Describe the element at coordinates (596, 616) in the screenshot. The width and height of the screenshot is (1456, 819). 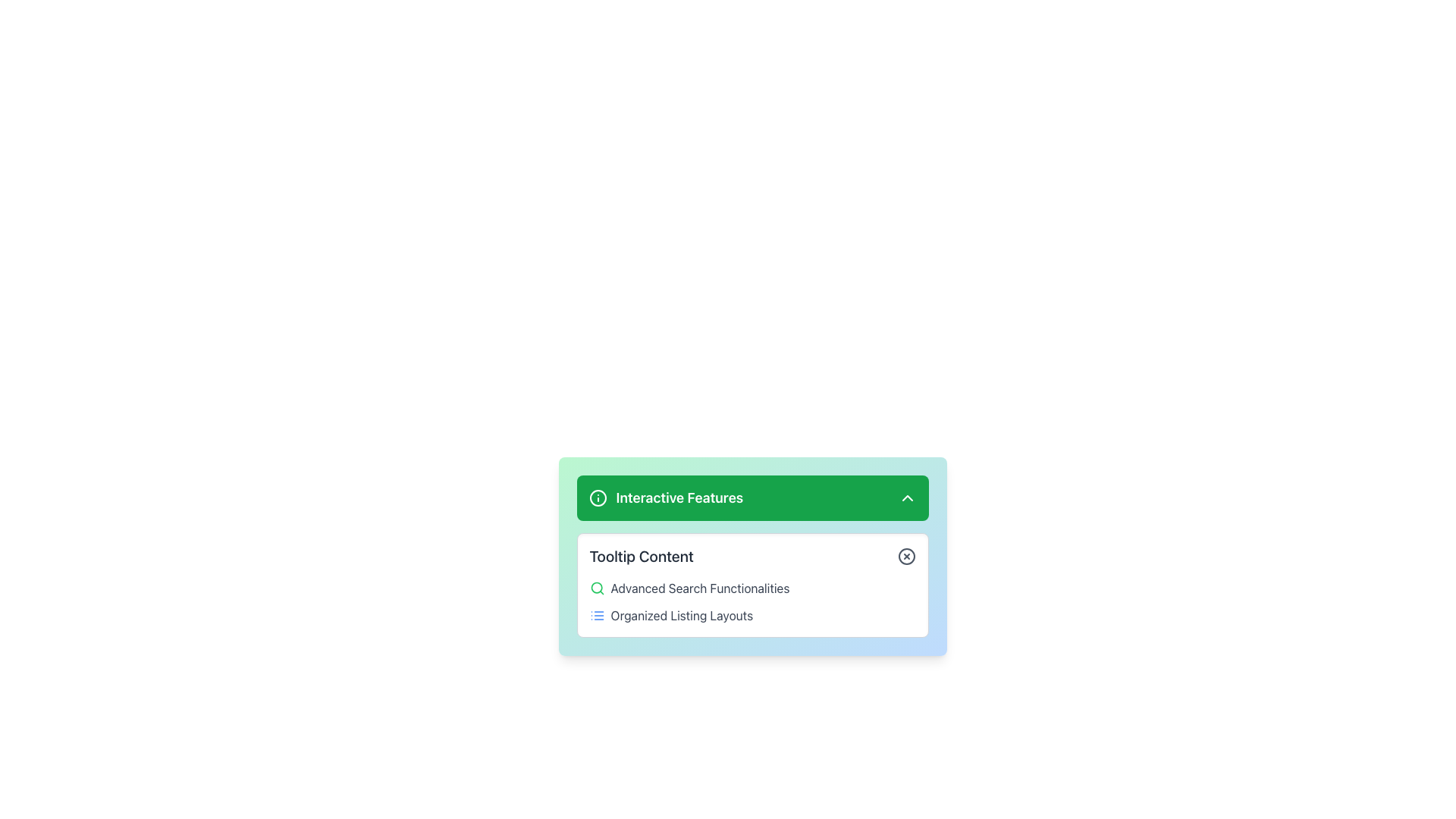
I see `icon representing 'Organized Listing Layouts', located to the left of the text 'Organized Listing Layouts' in the tooltip content section under the green header 'Interactive Features'` at that location.